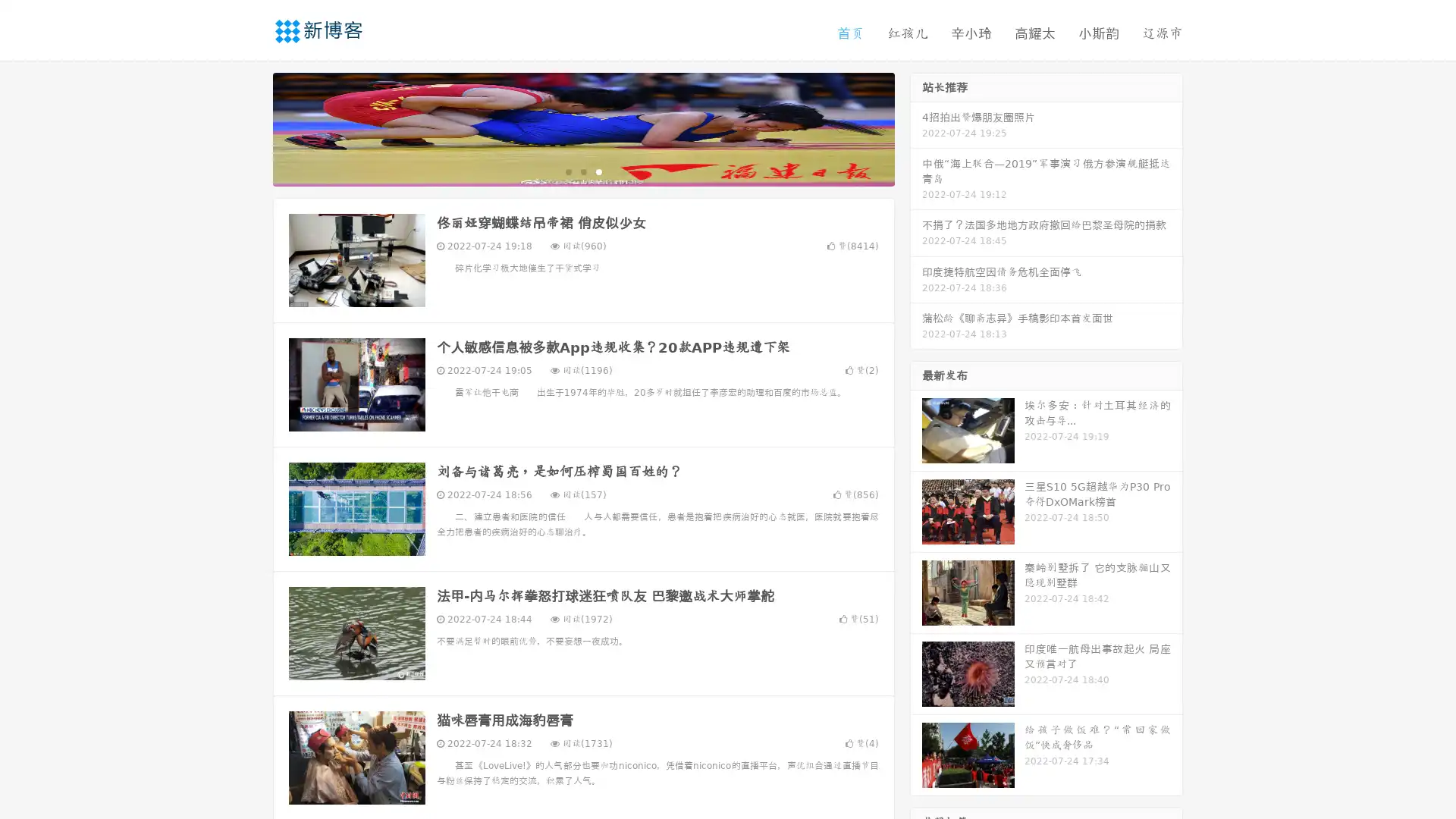  I want to click on Go to slide 2, so click(582, 171).